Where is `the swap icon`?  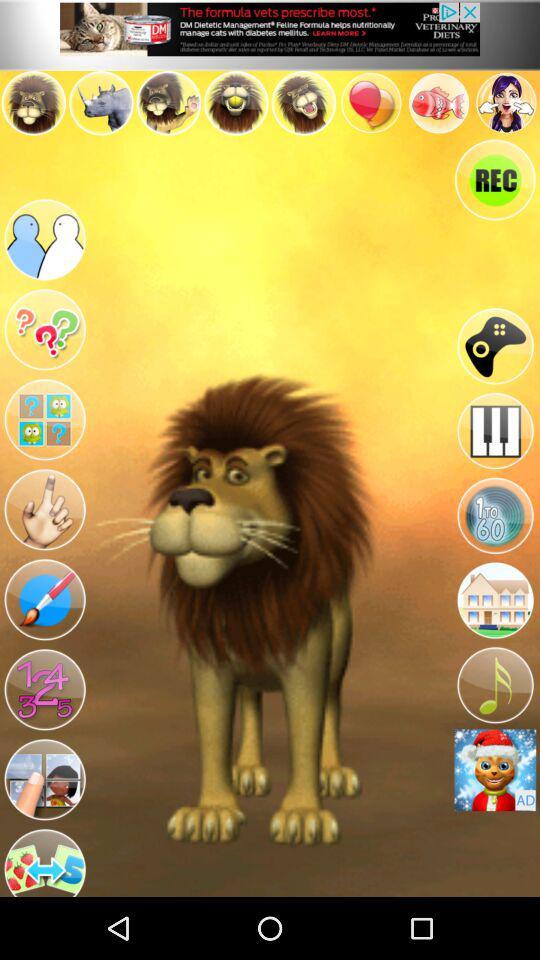 the swap icon is located at coordinates (44, 921).